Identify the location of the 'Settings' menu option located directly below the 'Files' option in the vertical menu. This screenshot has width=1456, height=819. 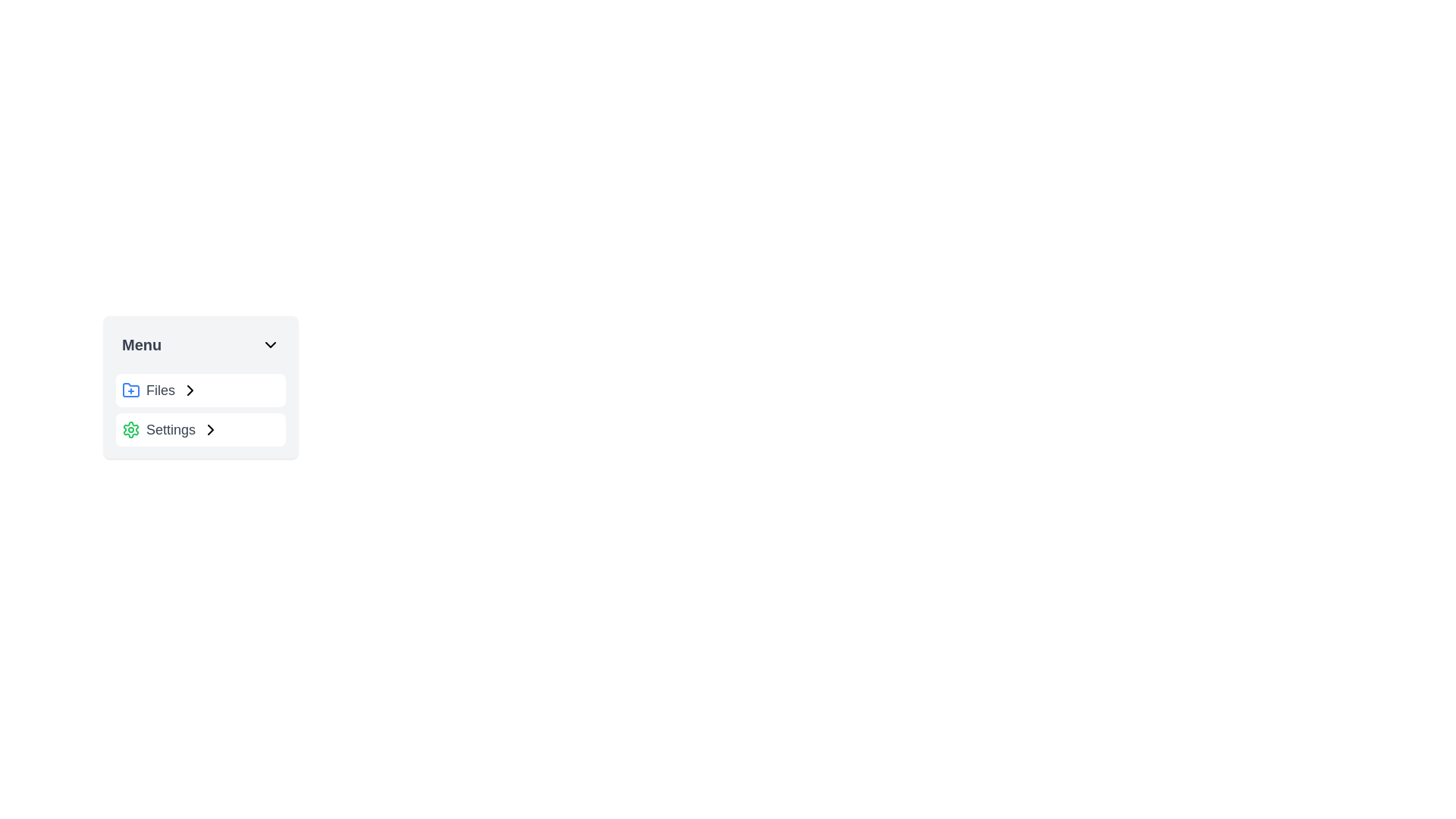
(199, 430).